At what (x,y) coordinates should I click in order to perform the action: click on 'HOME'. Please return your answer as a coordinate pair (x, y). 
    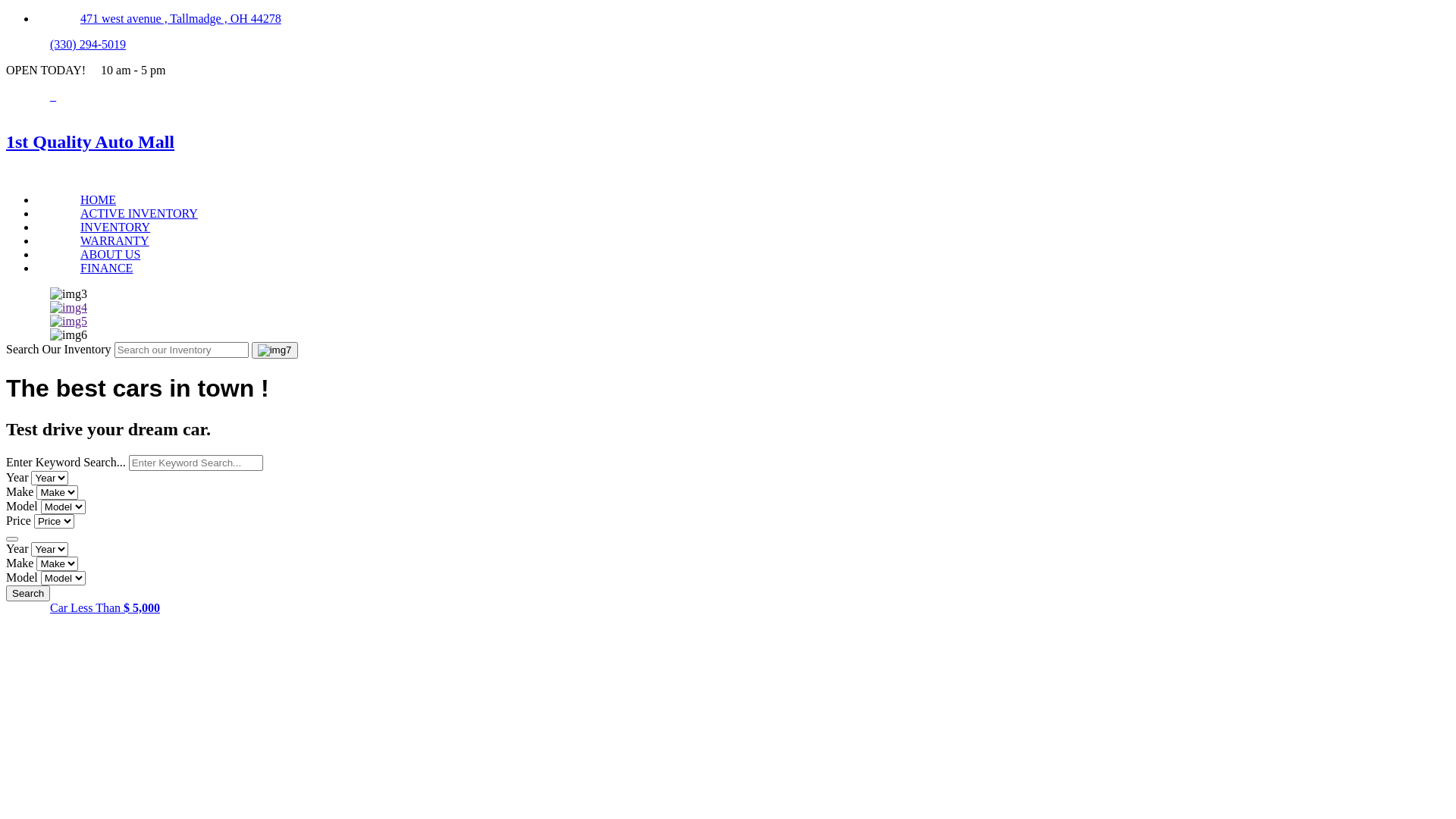
    Looking at the image, I should click on (97, 199).